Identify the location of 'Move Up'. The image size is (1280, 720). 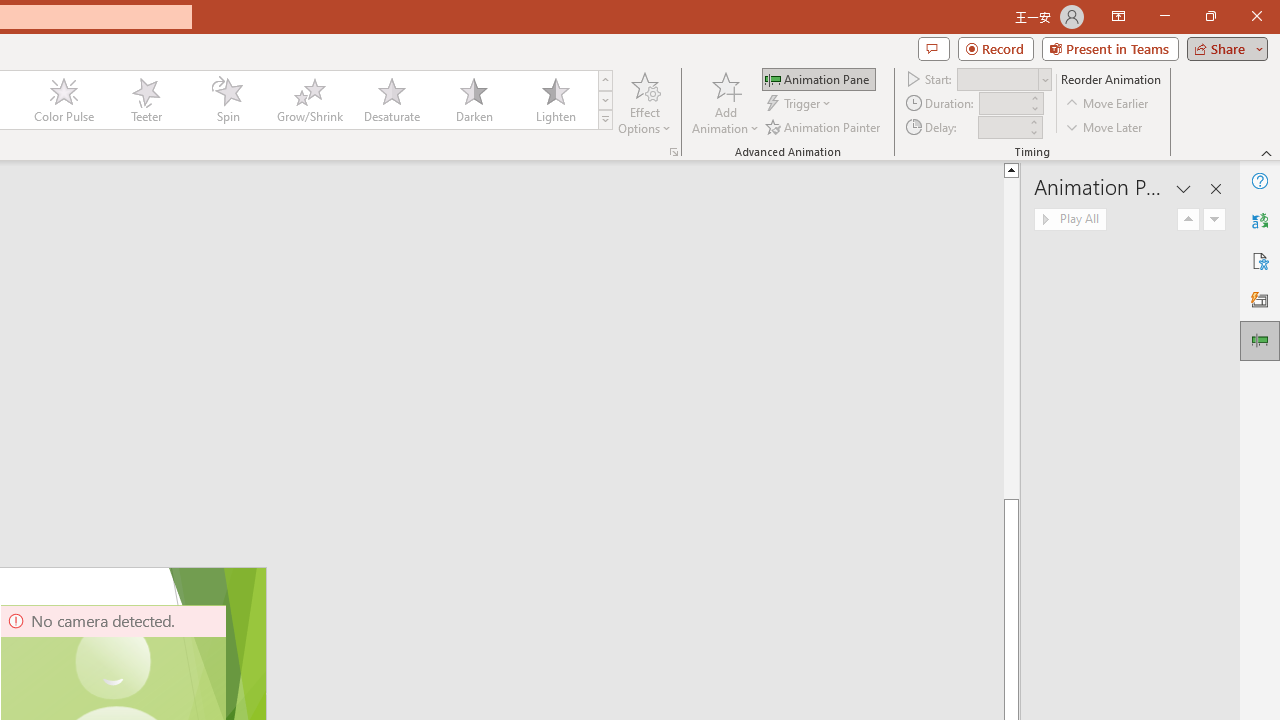
(1189, 219).